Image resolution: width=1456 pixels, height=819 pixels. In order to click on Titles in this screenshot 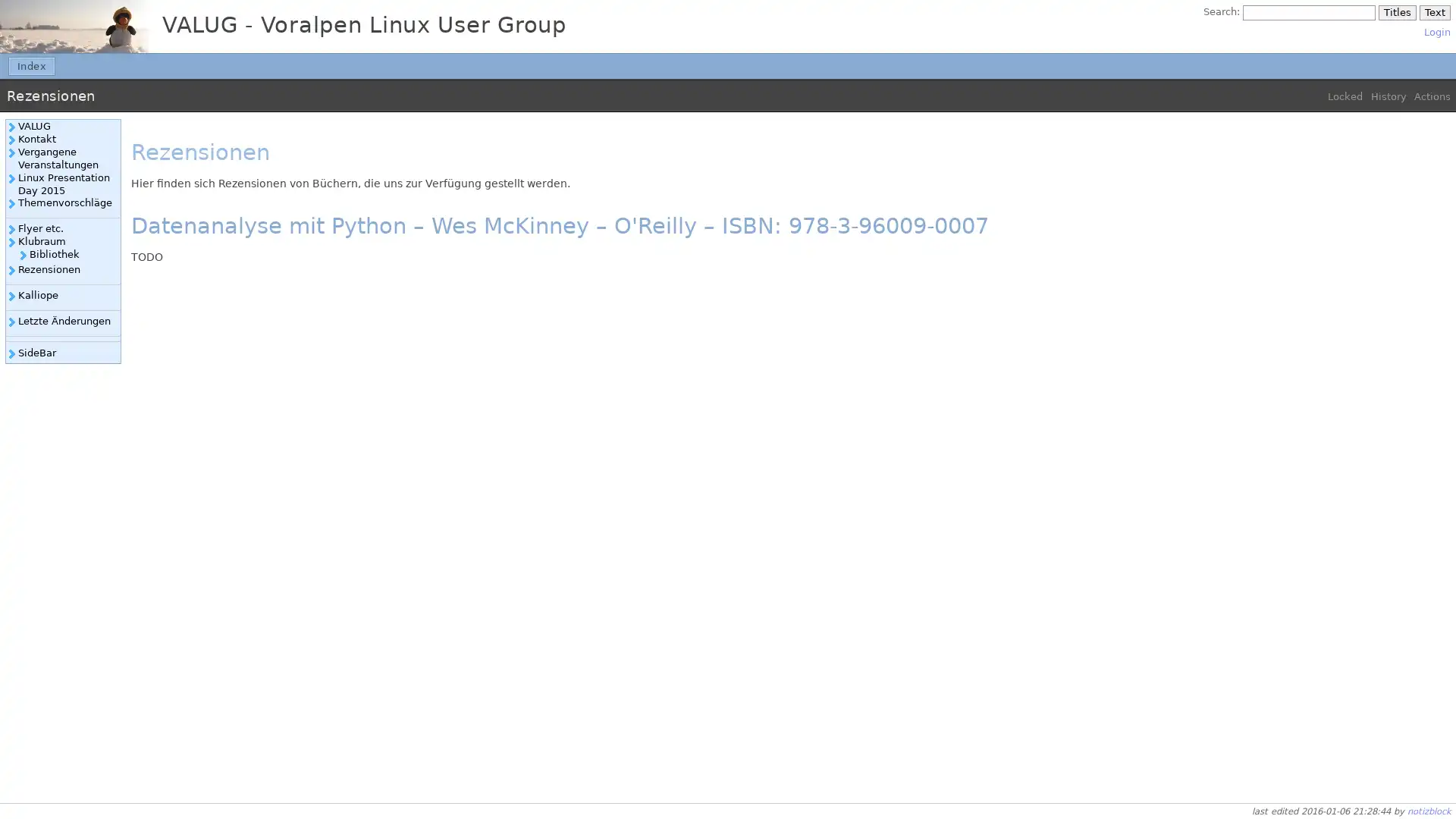, I will do `click(1396, 12)`.